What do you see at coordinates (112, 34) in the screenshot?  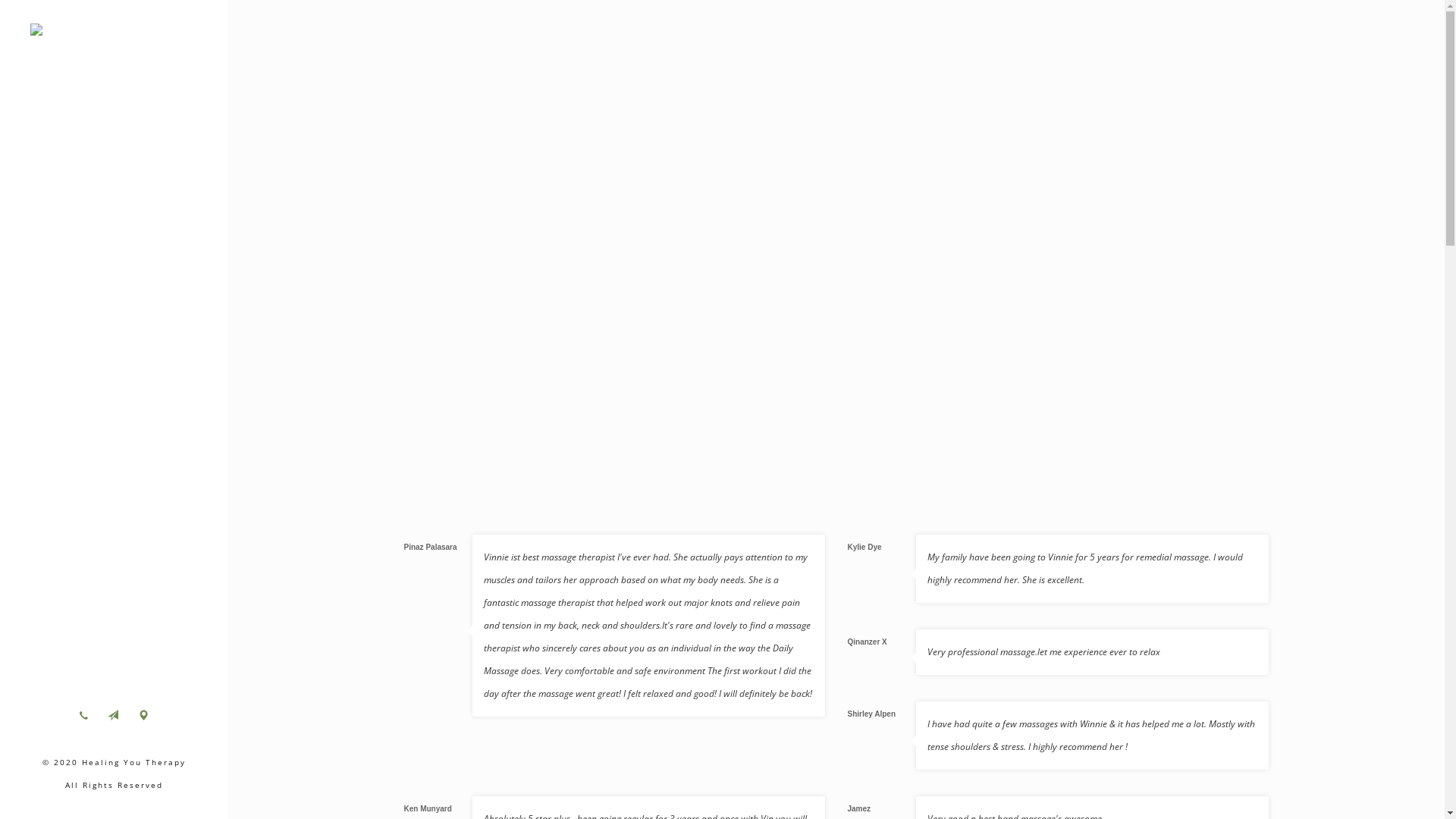 I see `'Massage Therapist Slacks Creek'` at bounding box center [112, 34].